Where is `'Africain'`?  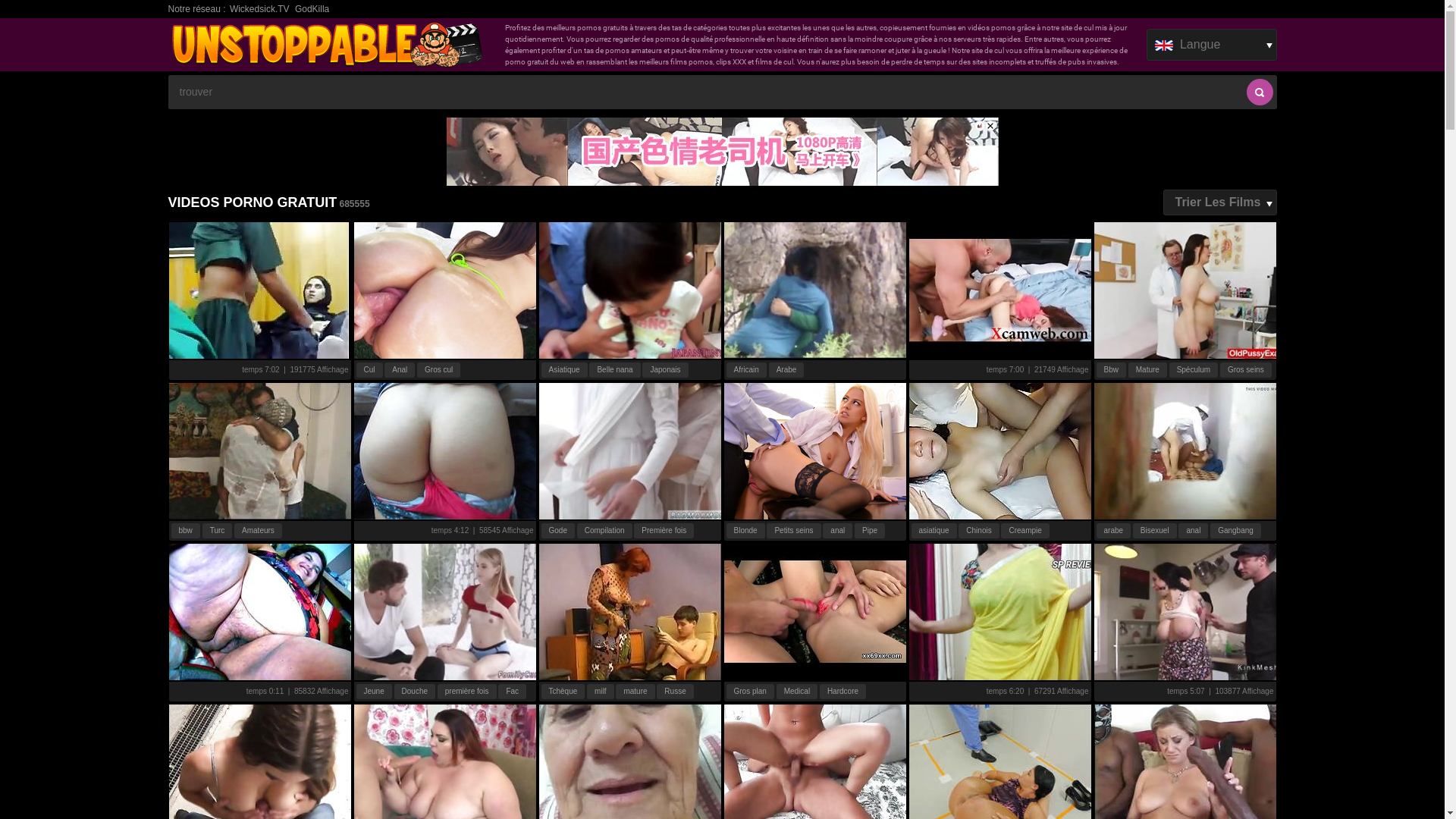
'Africain' is located at coordinates (746, 370).